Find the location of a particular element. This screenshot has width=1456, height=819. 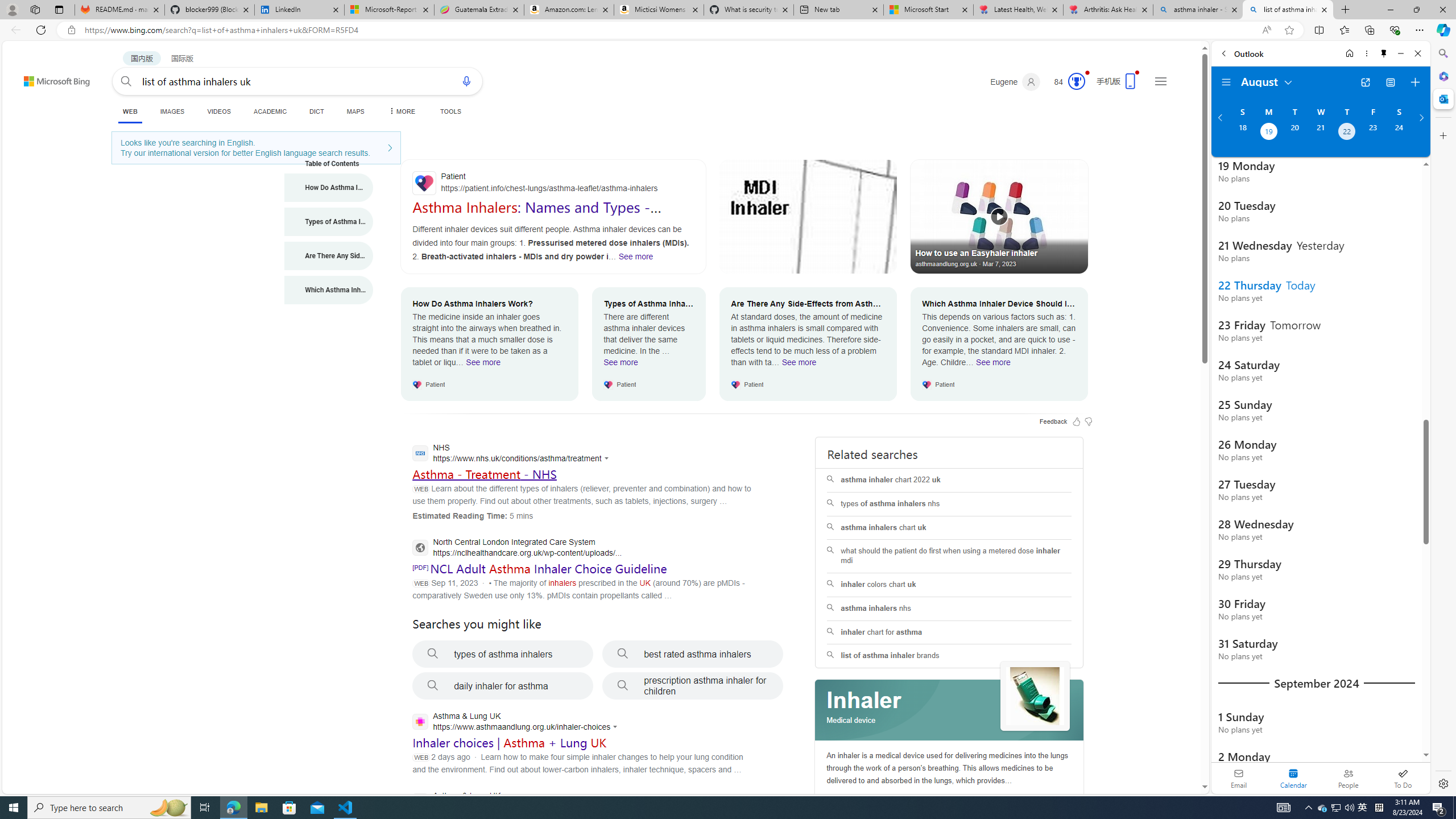

'Create event' is located at coordinates (1414, 82).